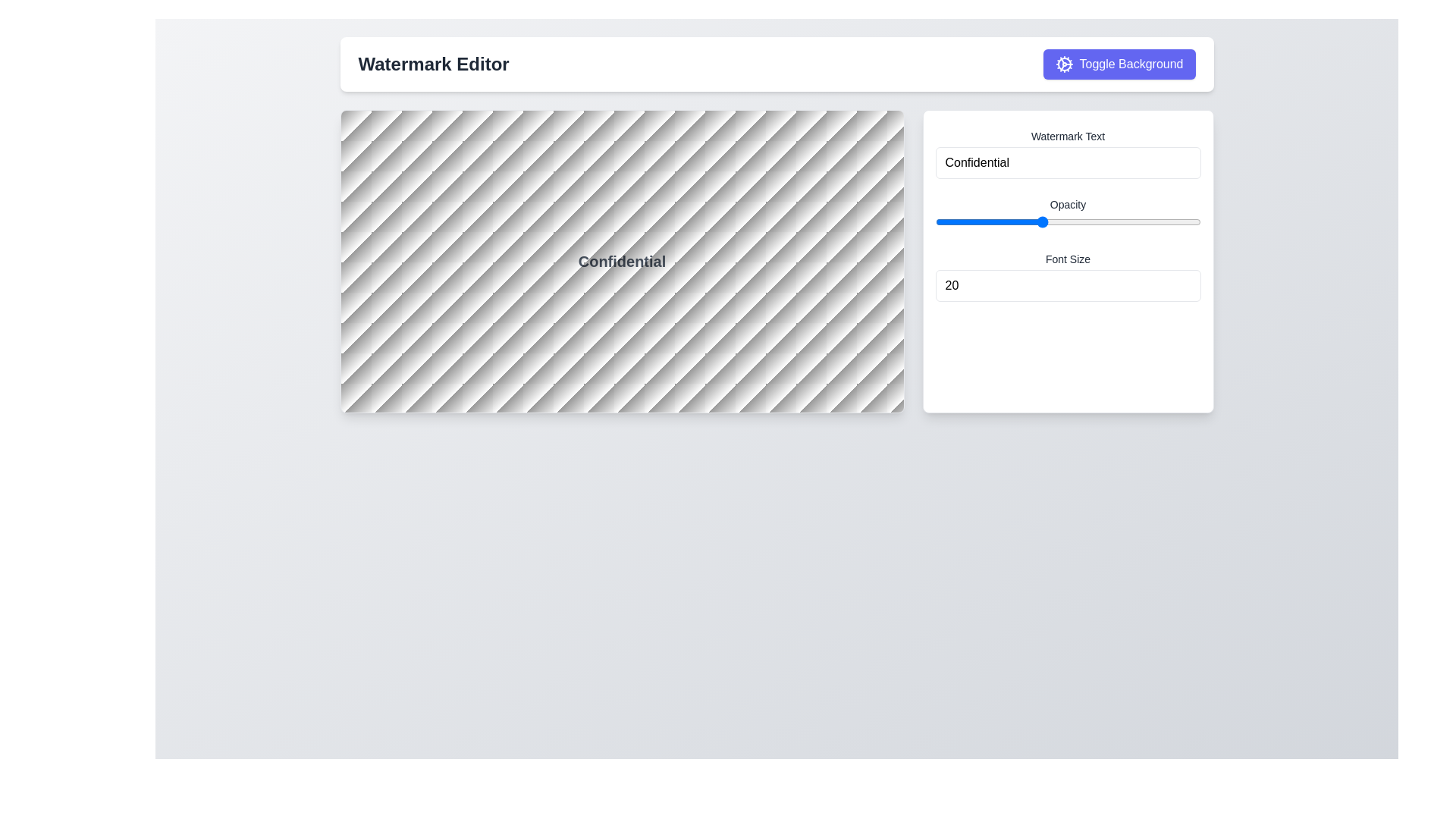 Image resolution: width=1456 pixels, height=819 pixels. Describe the element at coordinates (433, 63) in the screenshot. I see `the 'Watermark Editor' text header, which is a large, bold, dark gray title located at the top center of the interface` at that location.